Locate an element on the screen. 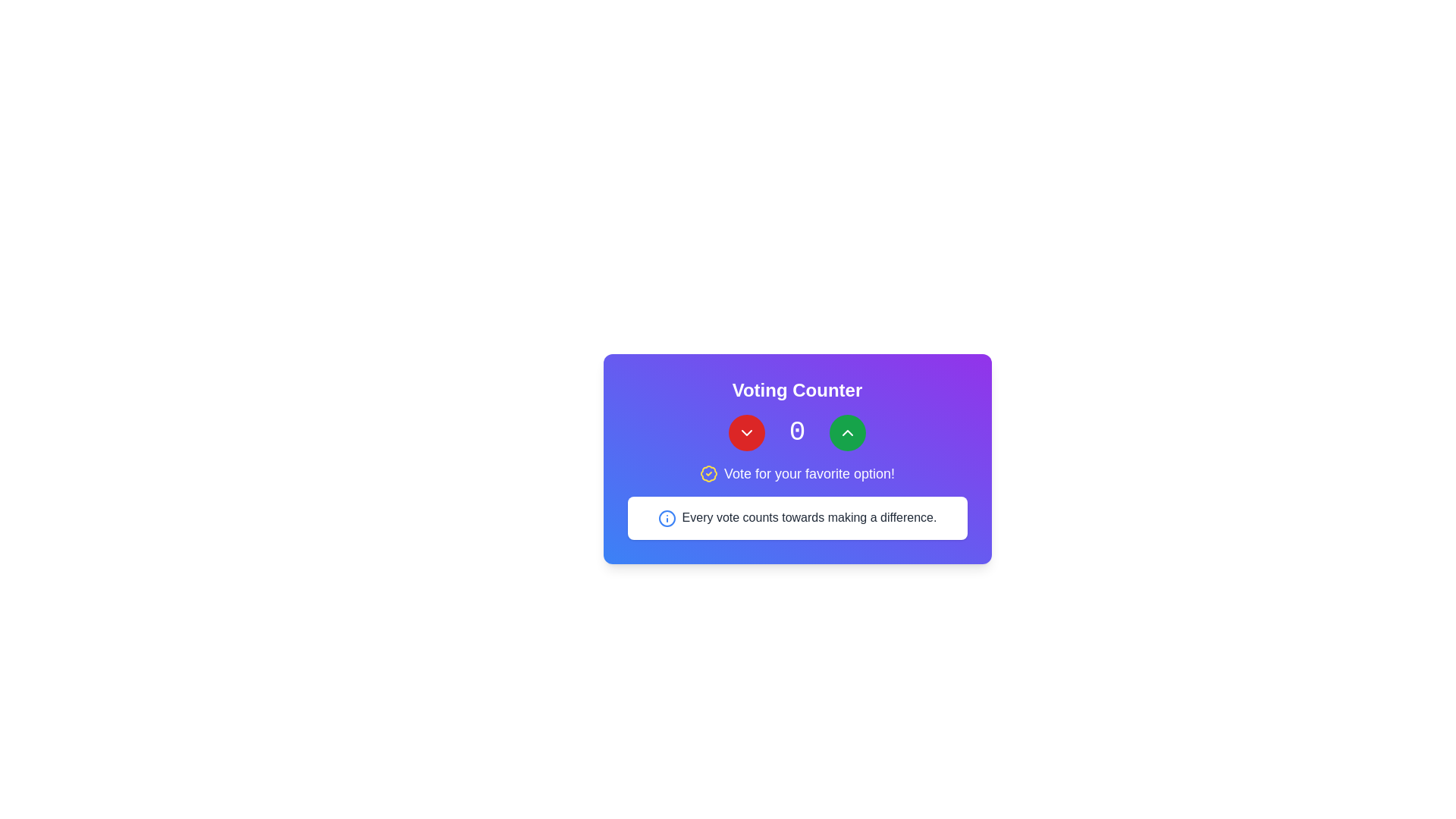  the Decorative text with an accompanying icon that prompts users to engage with the voting process, which is located below the numeric counter and above an informational box is located at coordinates (796, 472).